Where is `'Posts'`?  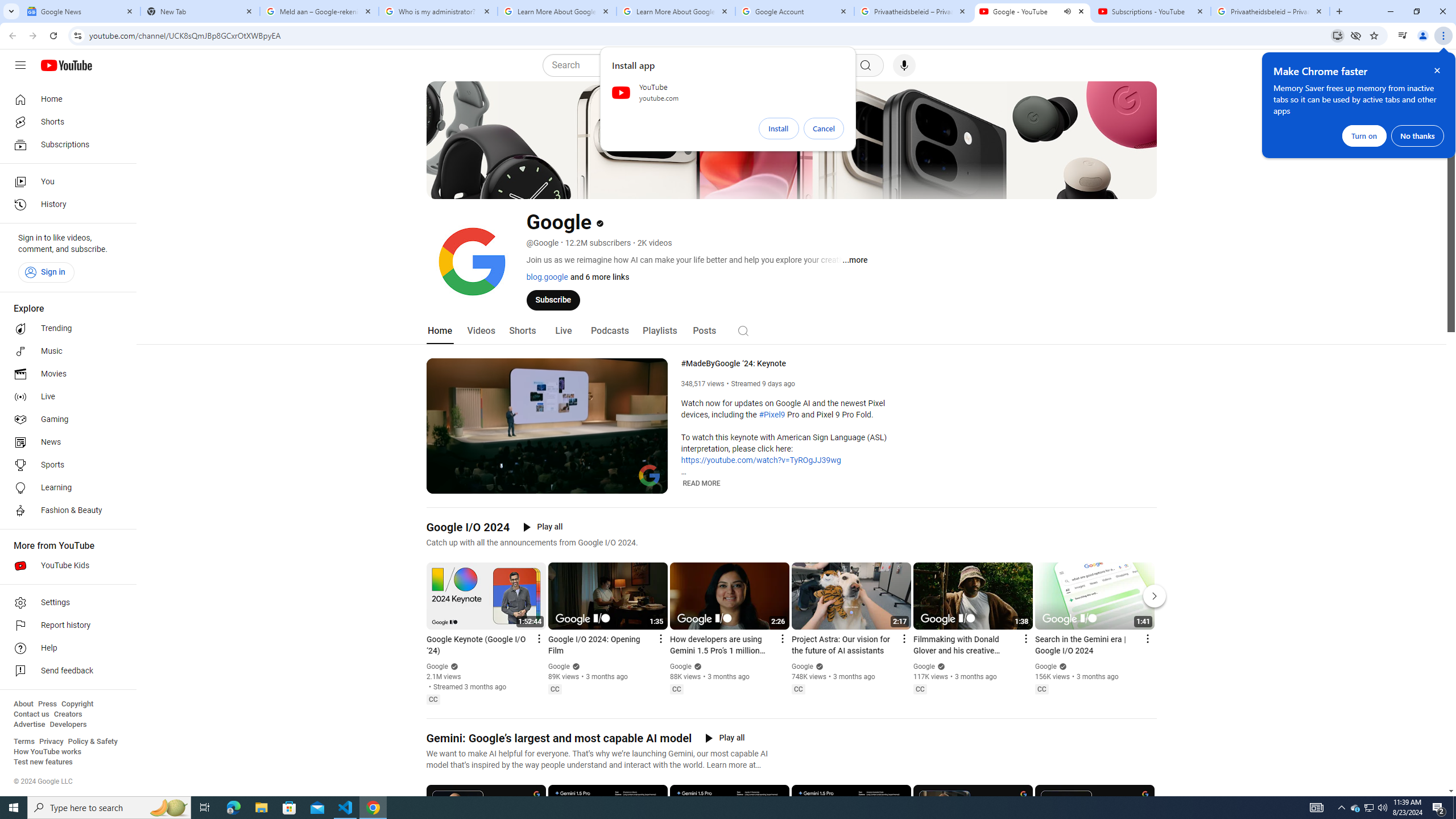 'Posts' is located at coordinates (703, 330).